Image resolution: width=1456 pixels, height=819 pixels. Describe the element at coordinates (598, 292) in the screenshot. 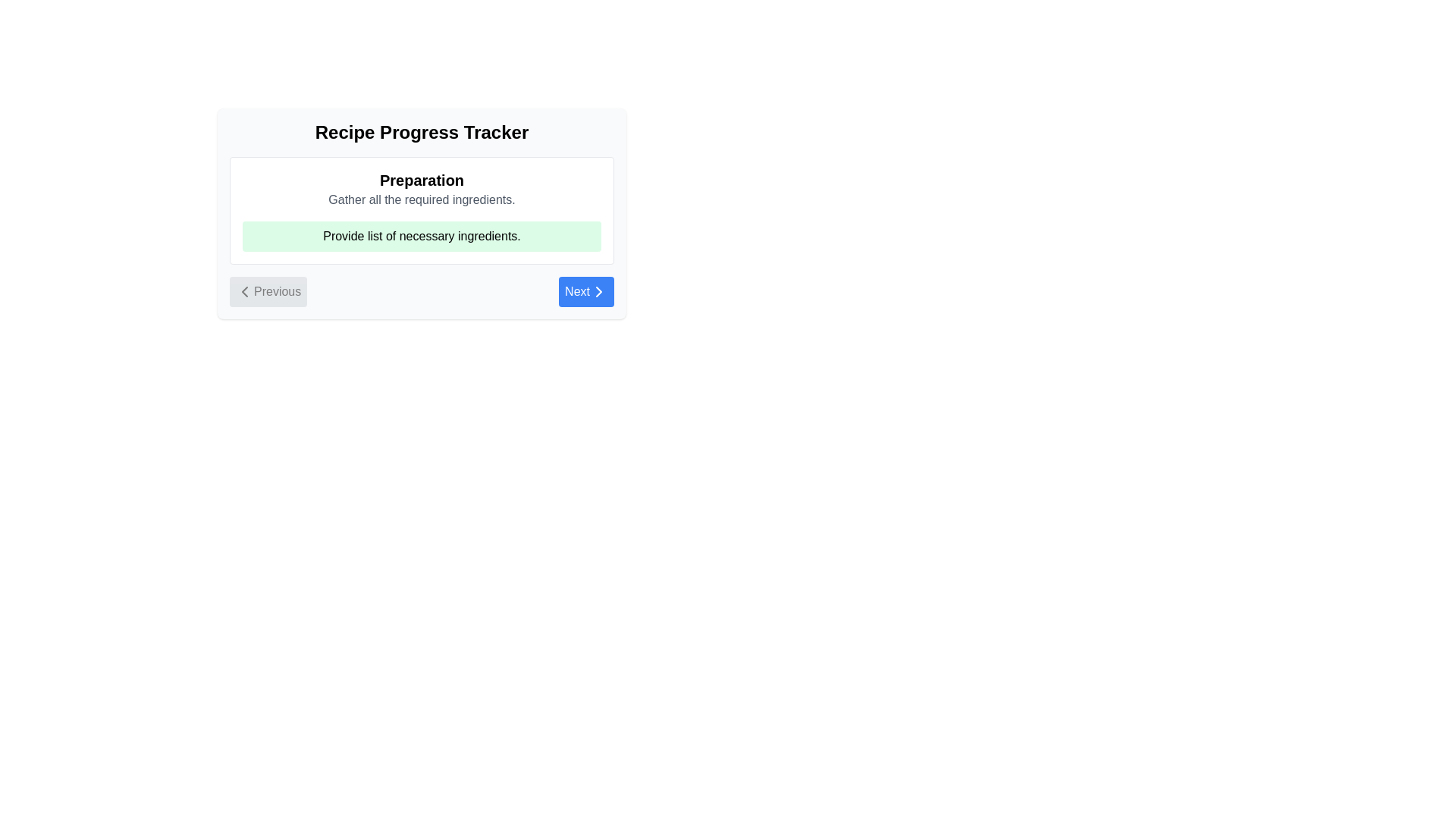

I see `the Chevron icon located inside the blue 'Next' button, positioned to the right of the text, indicating a navigational action to move forward` at that location.